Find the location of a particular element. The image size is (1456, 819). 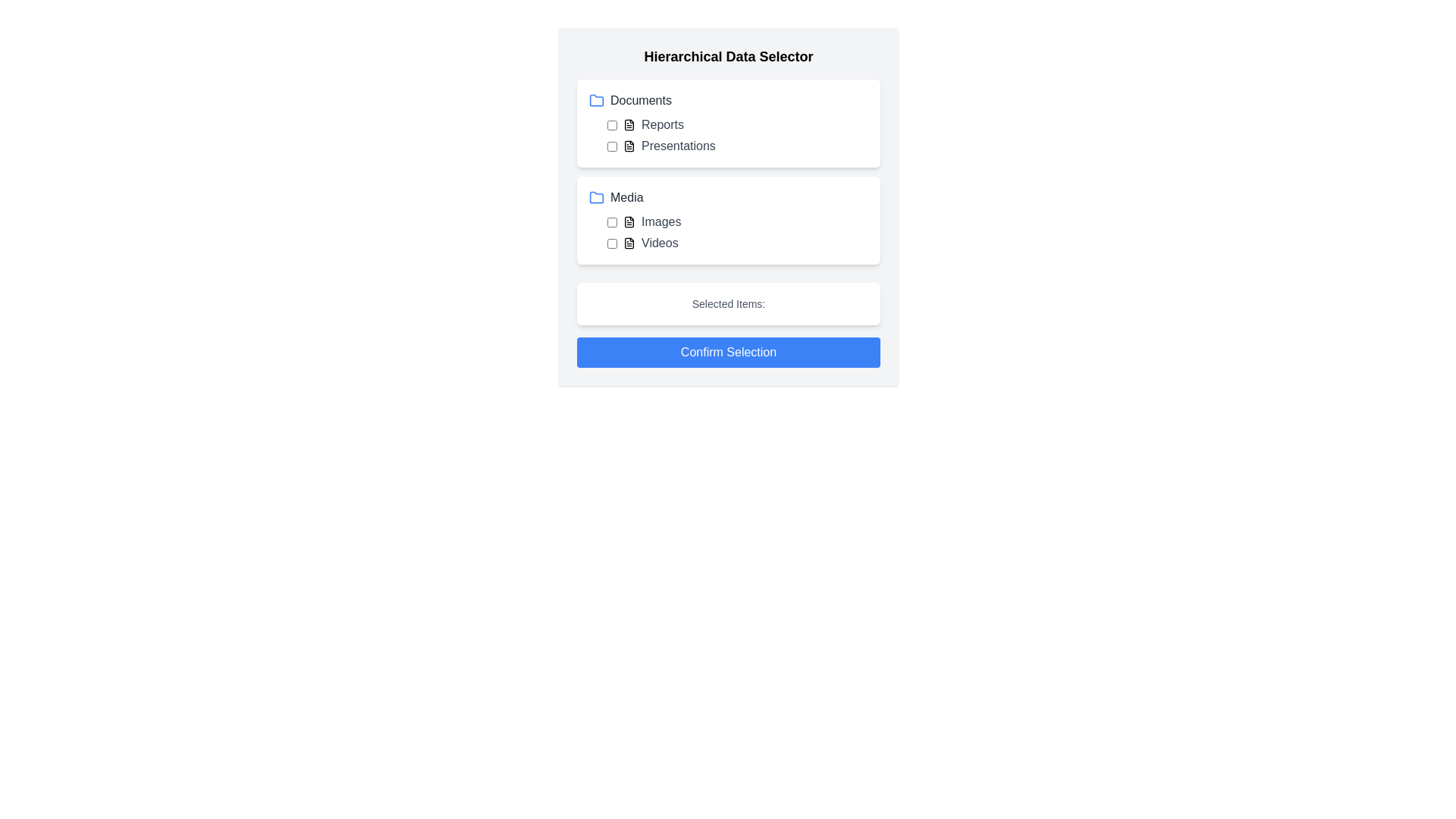

the Decorative icon (SVG-based) that is positioned next to the 'Presentations' checkbox within the 'Documents' category is located at coordinates (629, 146).